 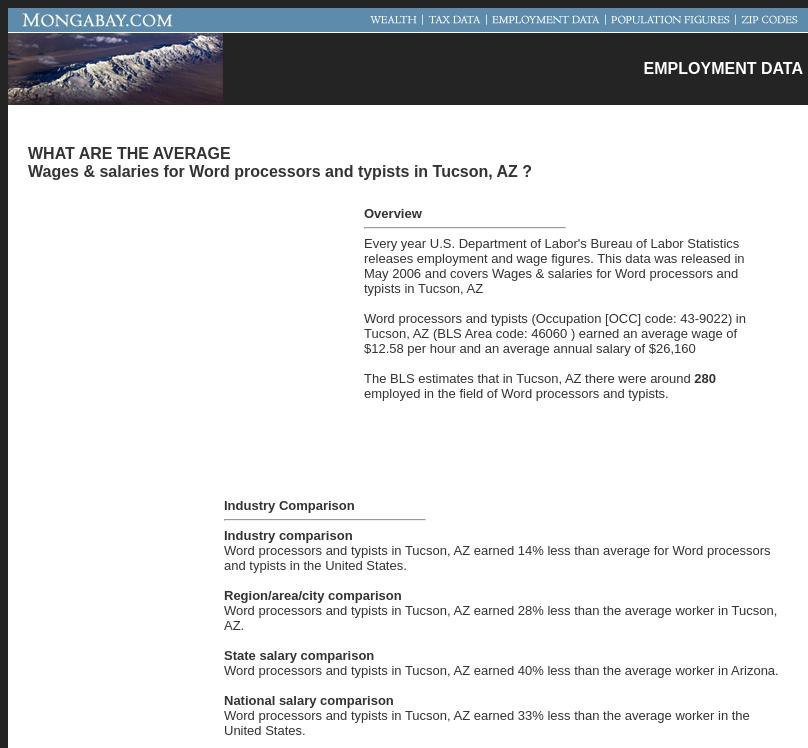 What do you see at coordinates (307, 699) in the screenshot?
I see `'National salary comparison'` at bounding box center [307, 699].